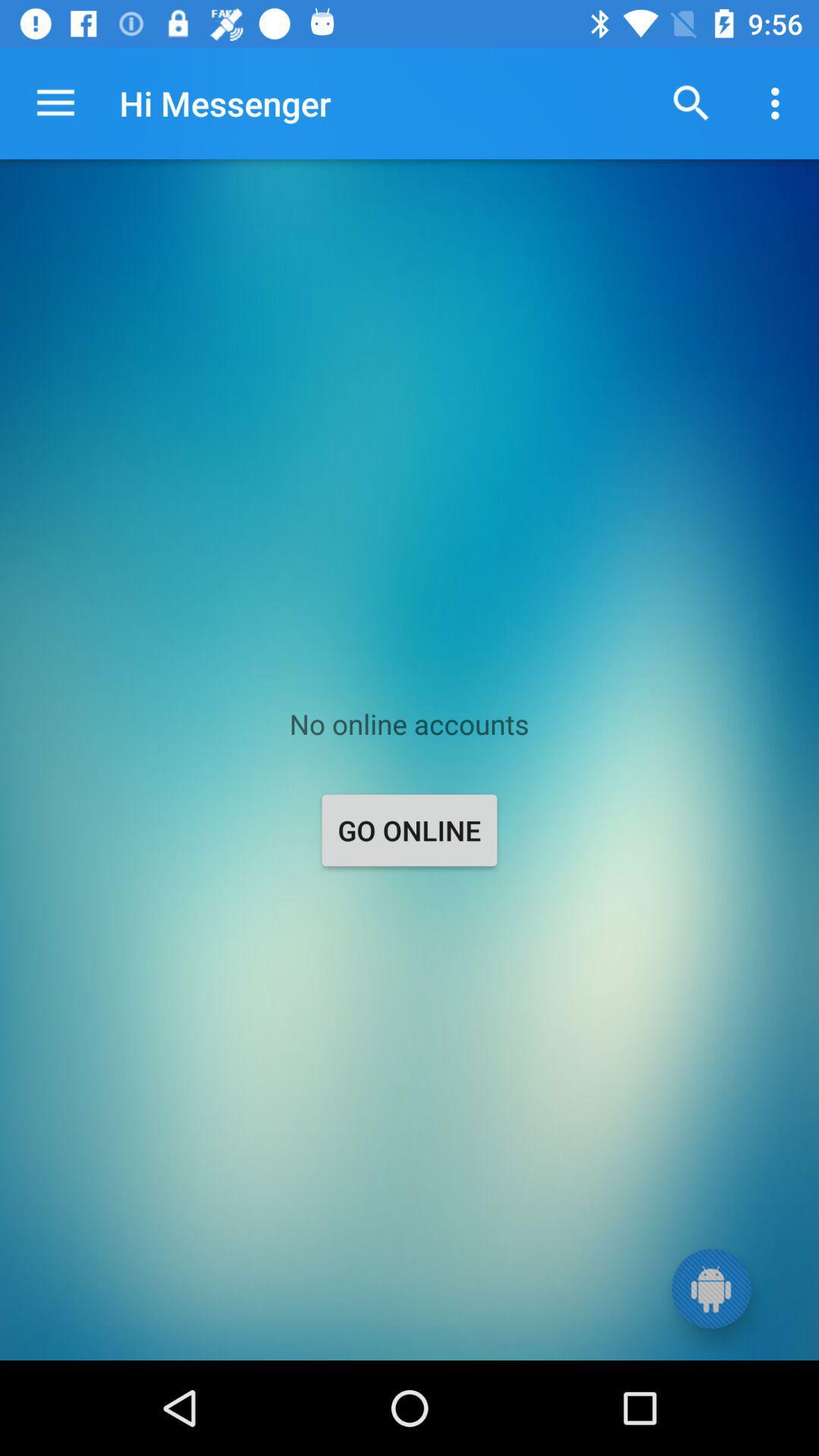 The height and width of the screenshot is (1456, 819). I want to click on icon next to hi messenger app, so click(691, 102).